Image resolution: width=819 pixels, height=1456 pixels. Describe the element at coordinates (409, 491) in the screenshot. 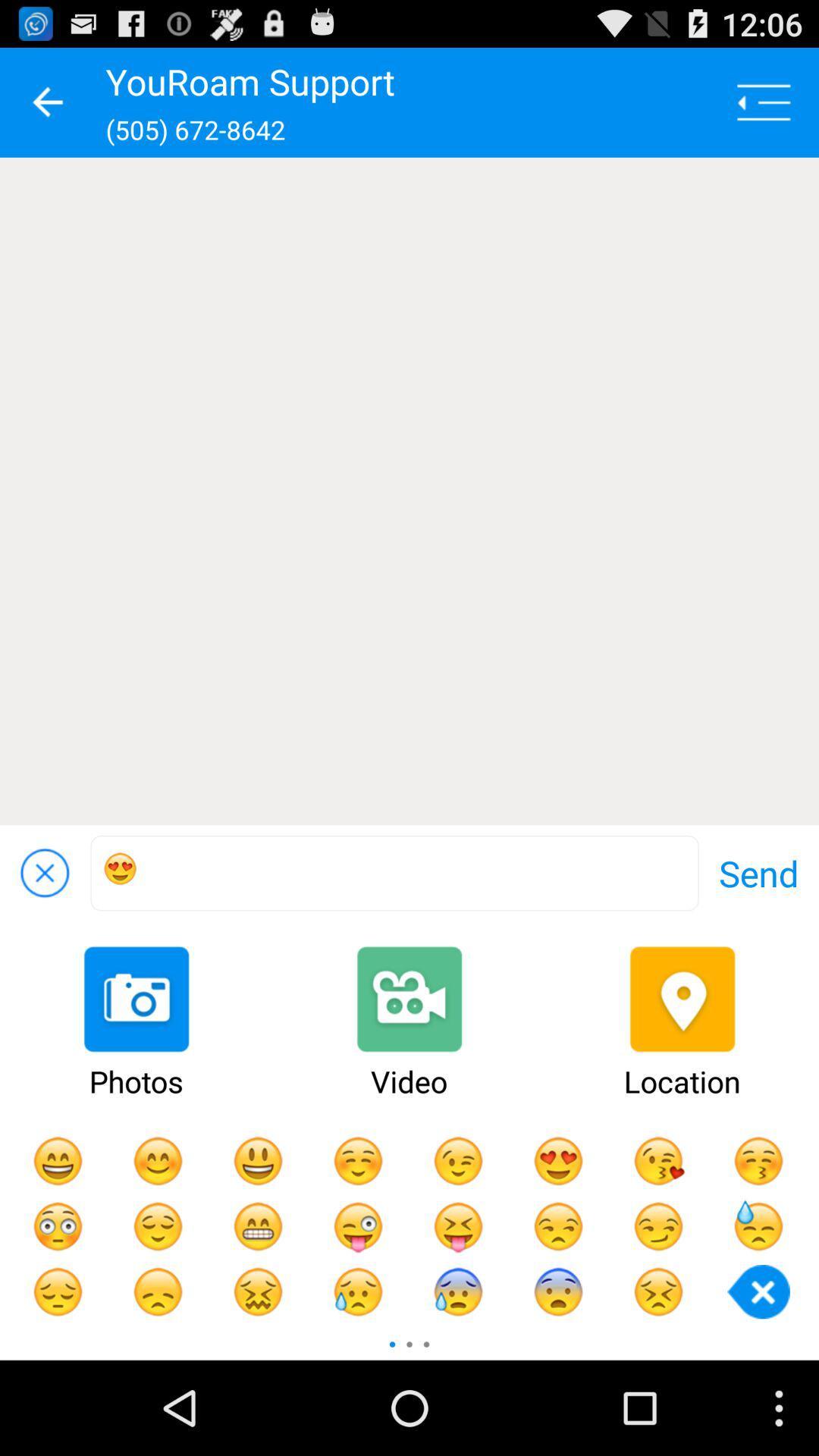

I see `blank` at that location.